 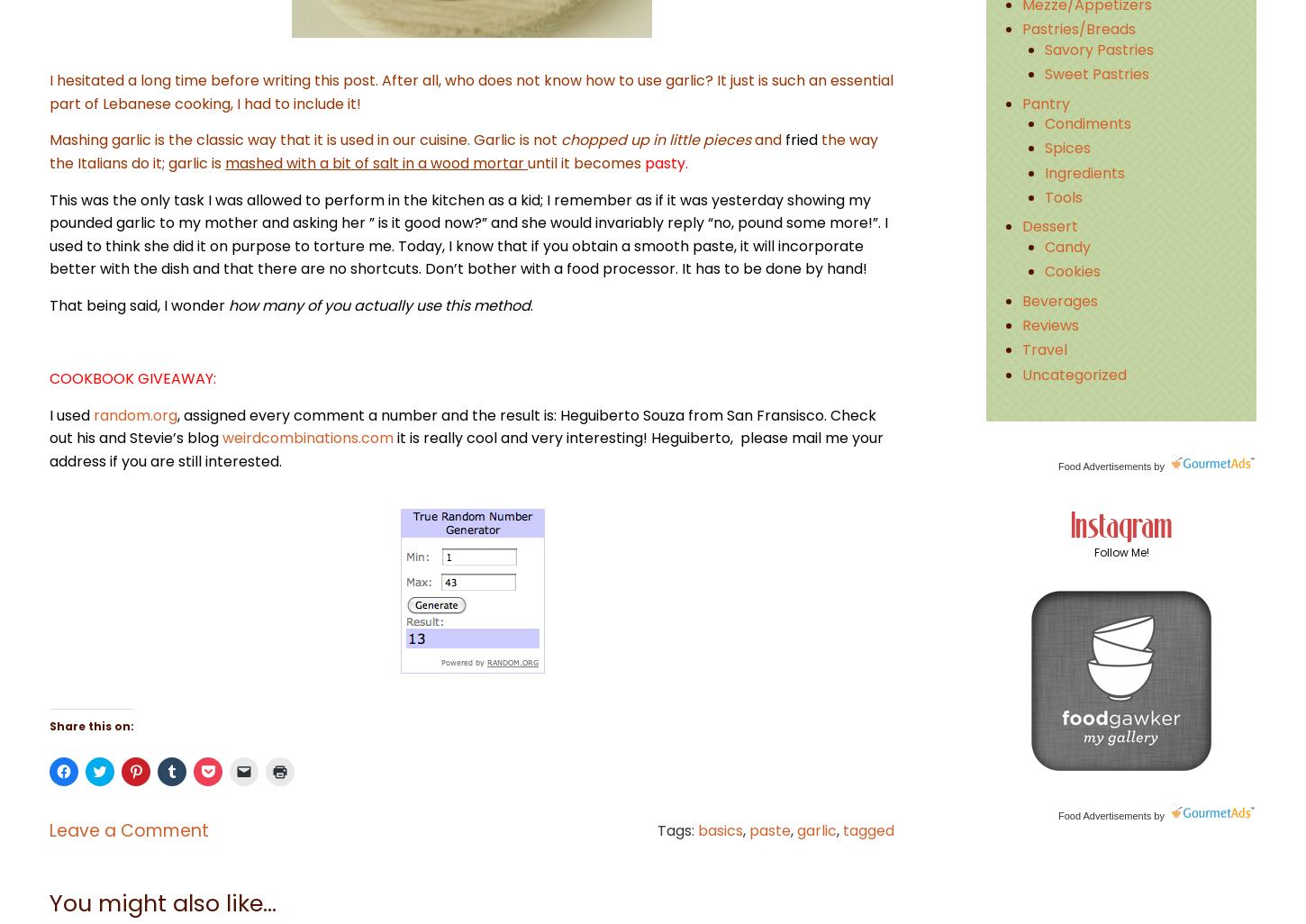 What do you see at coordinates (841, 829) in the screenshot?
I see `'tagged'` at bounding box center [841, 829].